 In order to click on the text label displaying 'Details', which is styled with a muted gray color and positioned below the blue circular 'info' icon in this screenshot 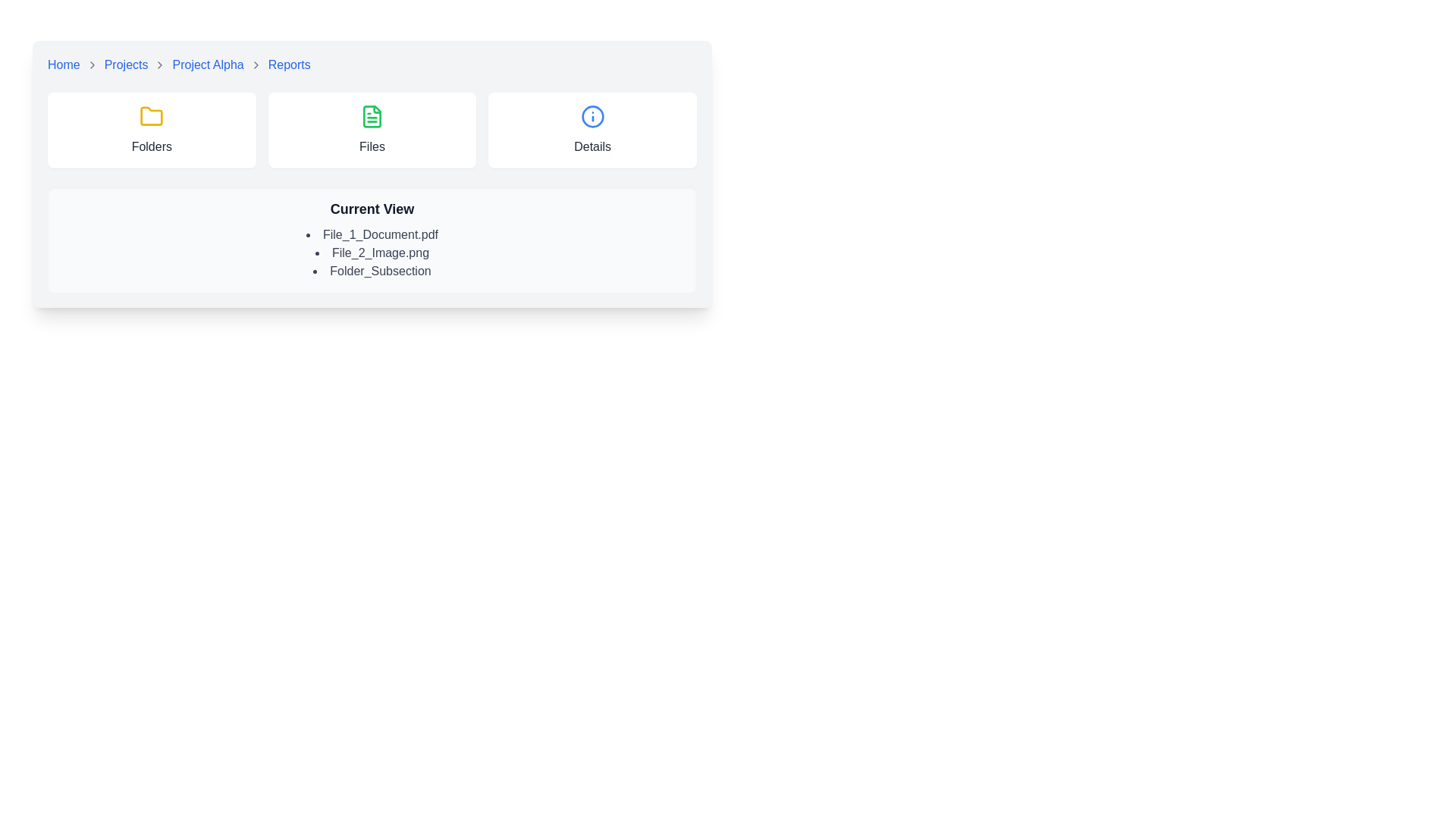, I will do `click(591, 146)`.